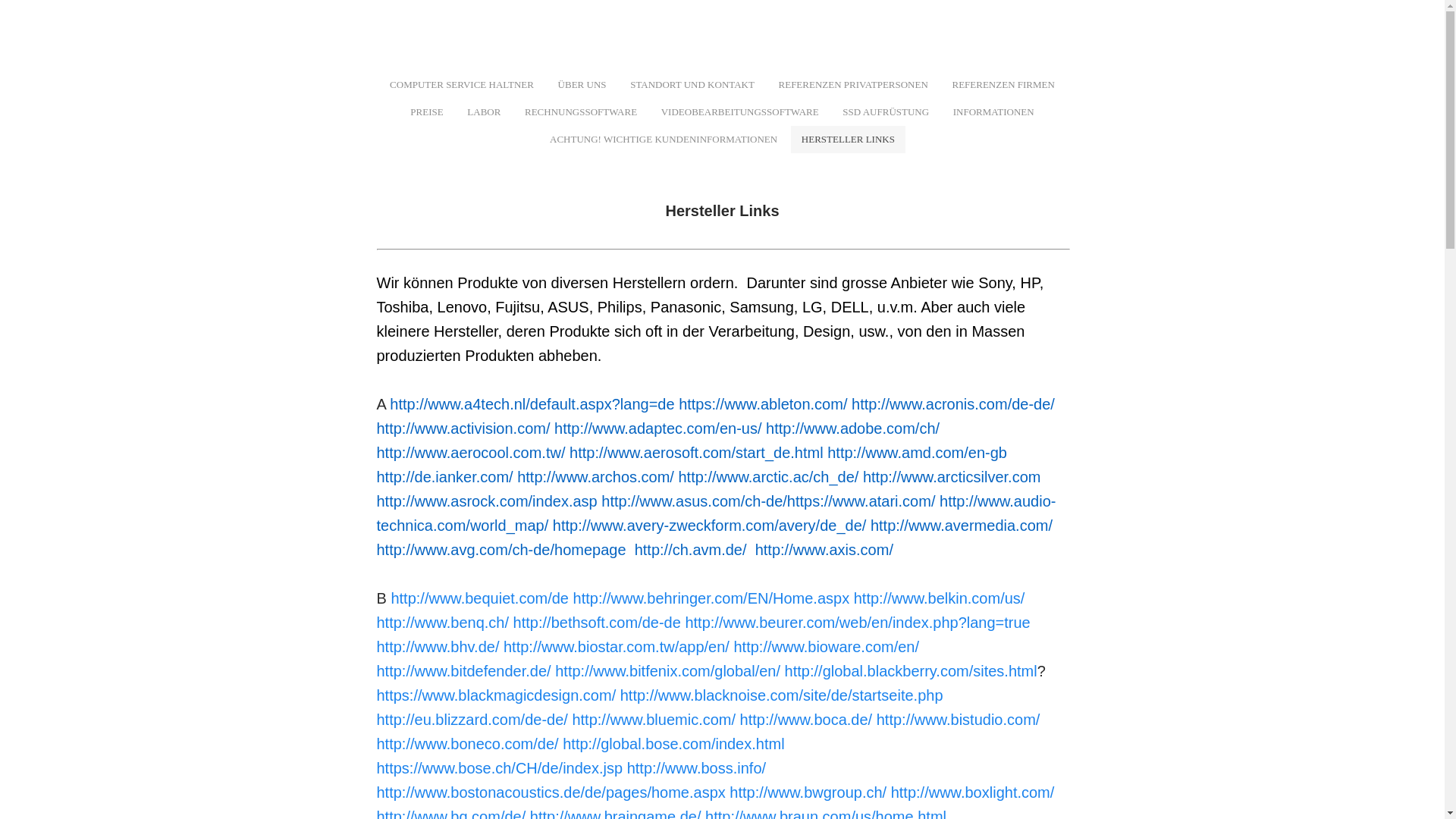 This screenshot has height=819, width=1456. Describe the element at coordinates (375, 718) in the screenshot. I see `'http://eu.blizzard.com/de-de/'` at that location.